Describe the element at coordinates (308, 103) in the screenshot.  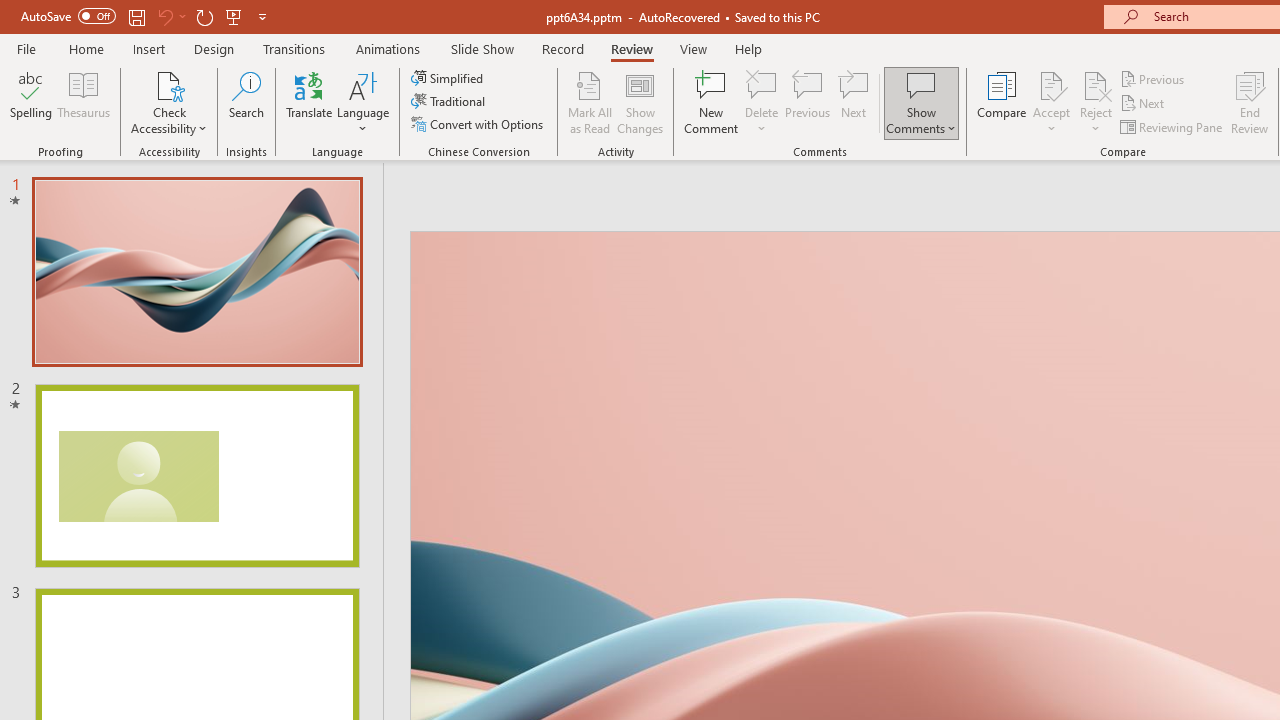
I see `'Translate'` at that location.